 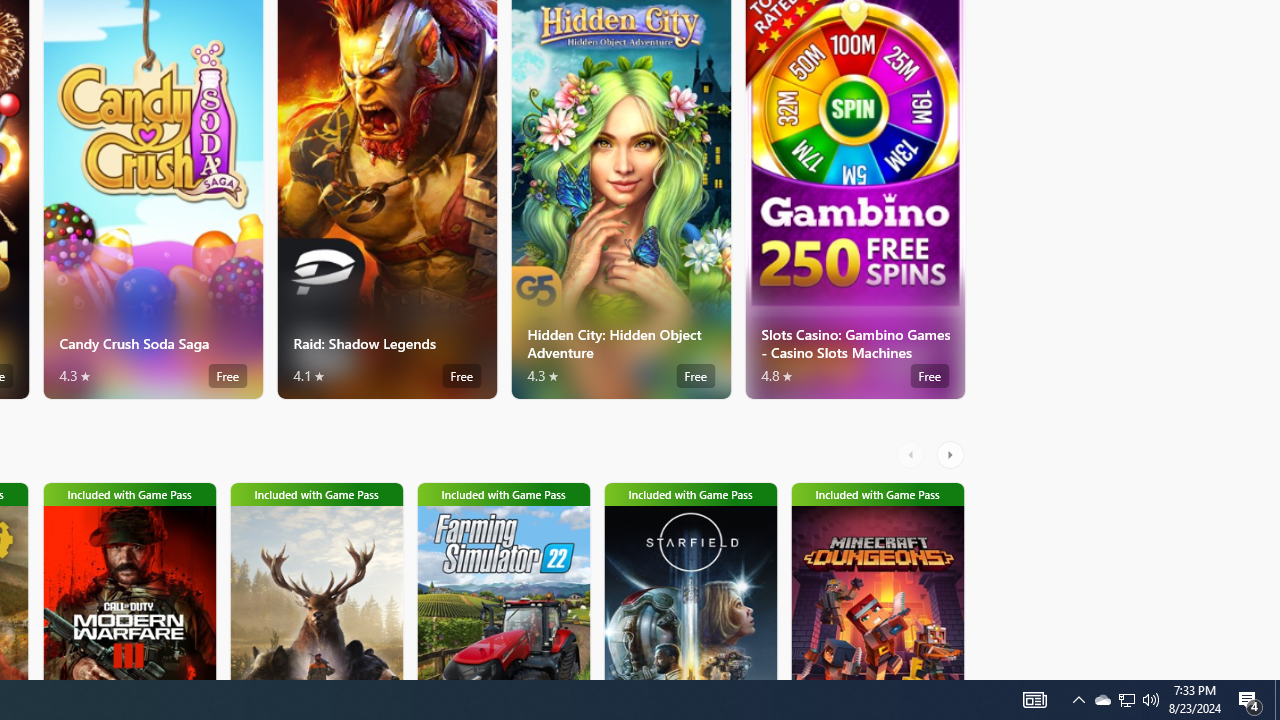 What do you see at coordinates (951, 455) in the screenshot?
I see `'AutomationID: RightScrollButton'` at bounding box center [951, 455].